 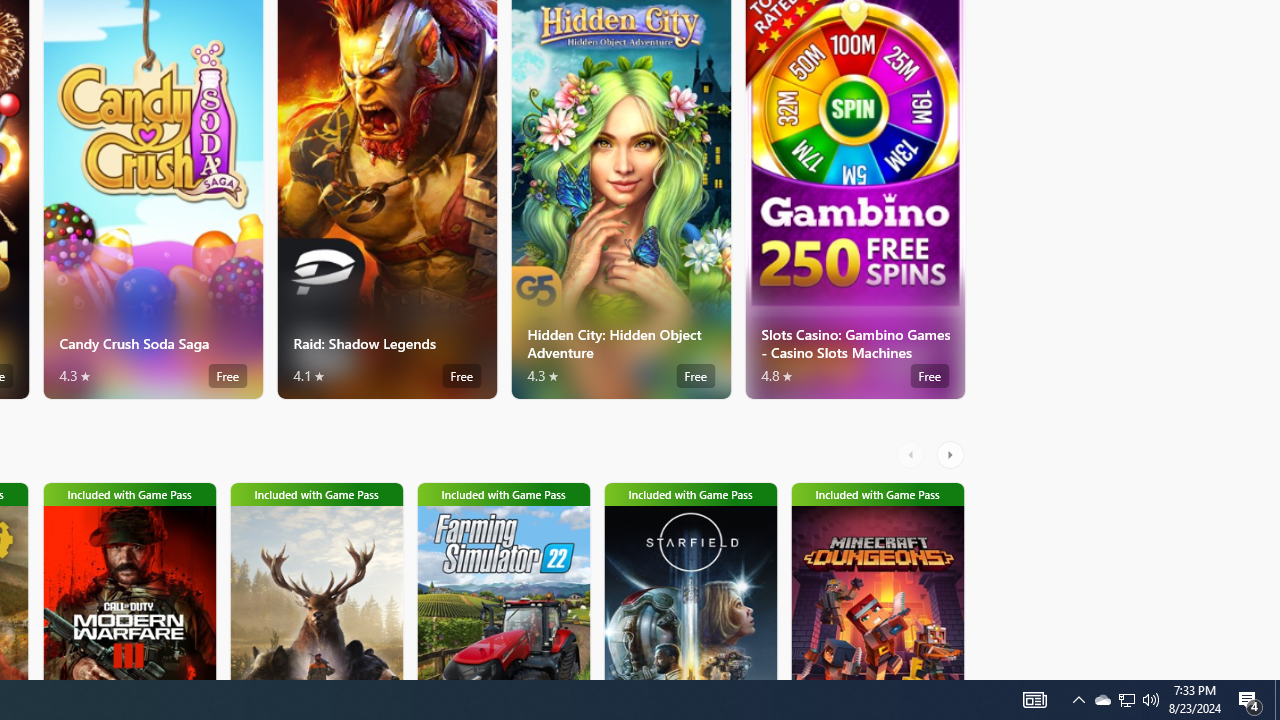 What do you see at coordinates (951, 455) in the screenshot?
I see `'AutomationID: RightScrollButton'` at bounding box center [951, 455].